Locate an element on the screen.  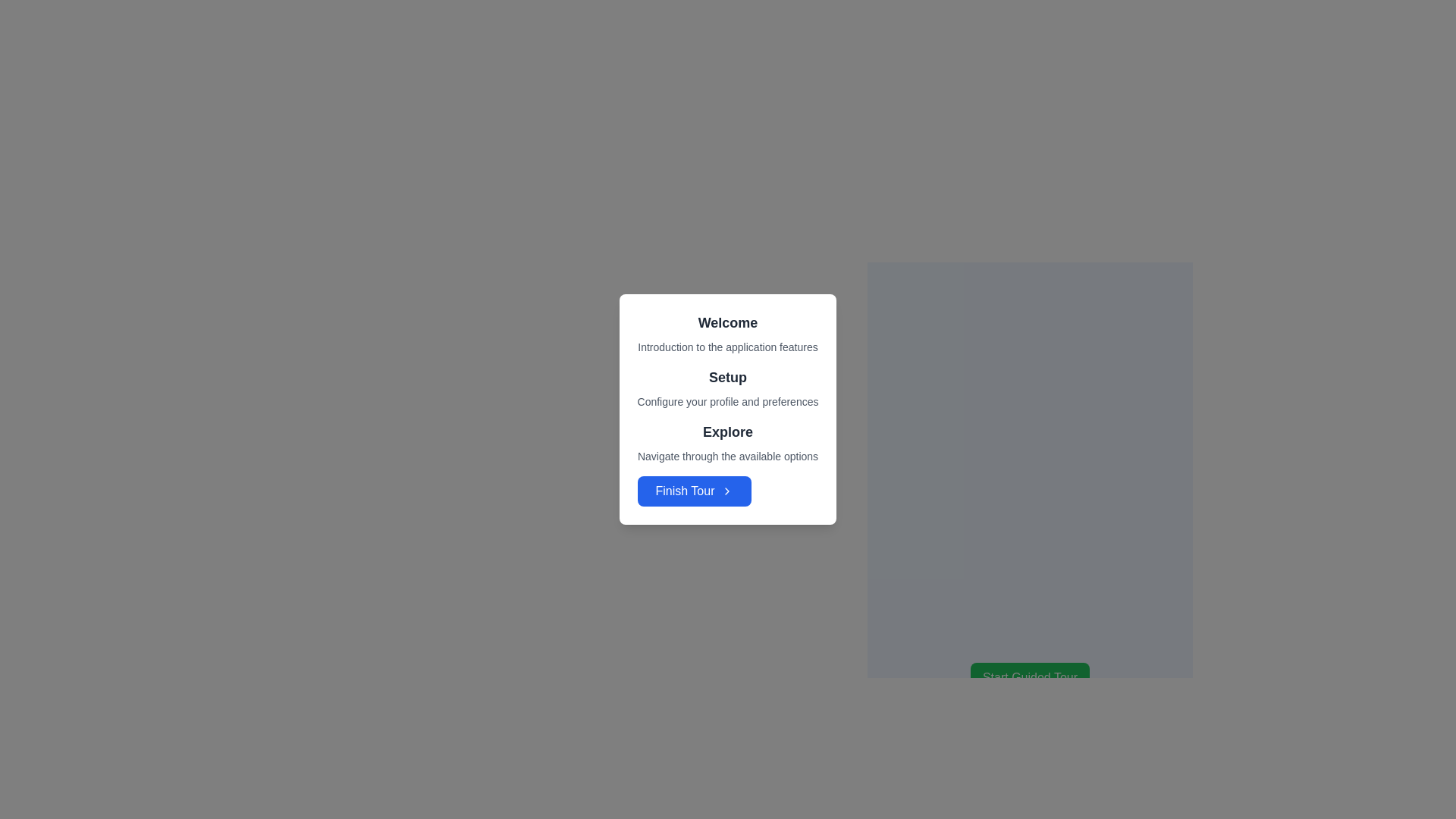
the final button in the vertically arranged group within the card layout is located at coordinates (693, 491).